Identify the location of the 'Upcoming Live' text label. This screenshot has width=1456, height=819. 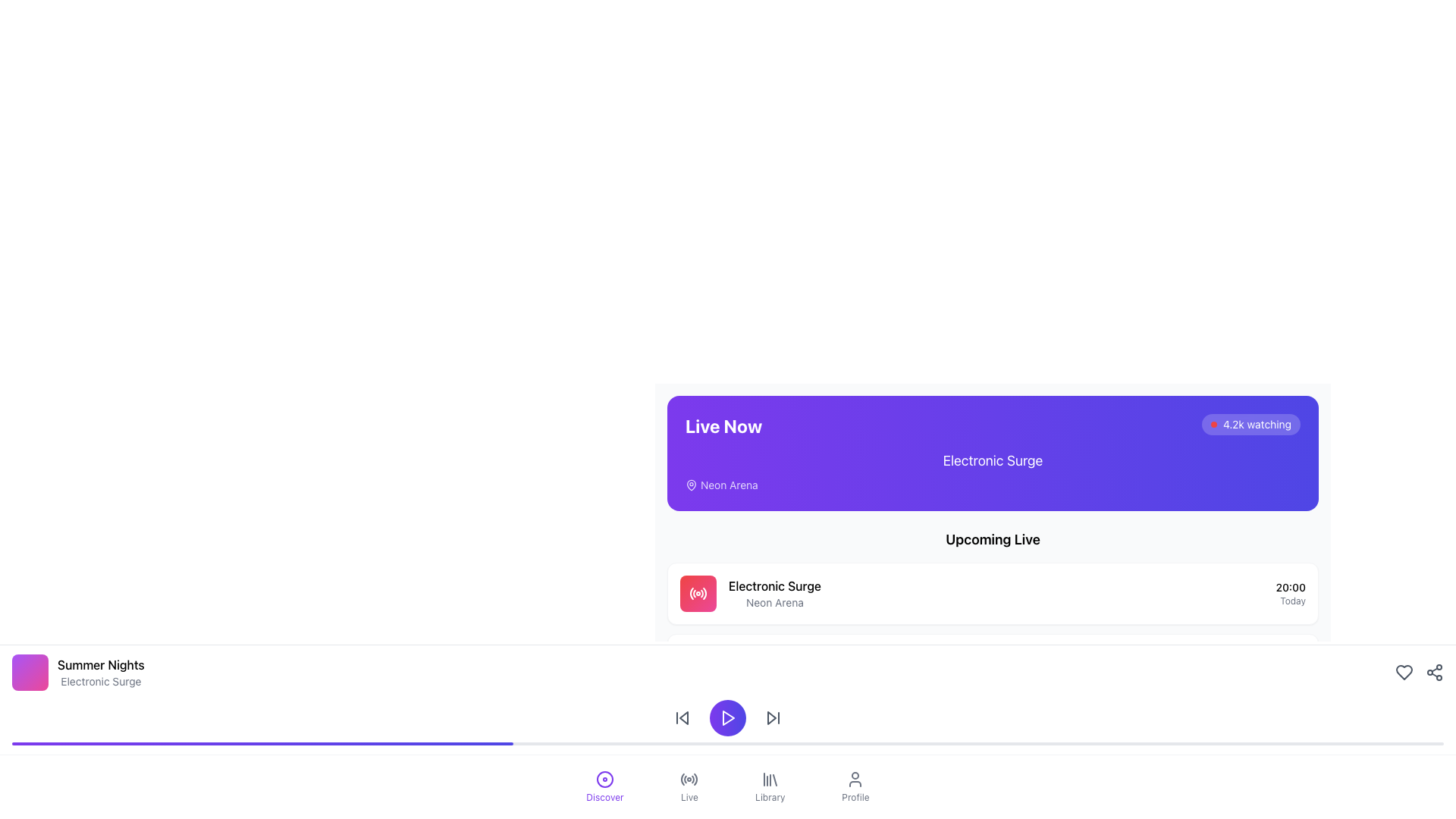
(993, 539).